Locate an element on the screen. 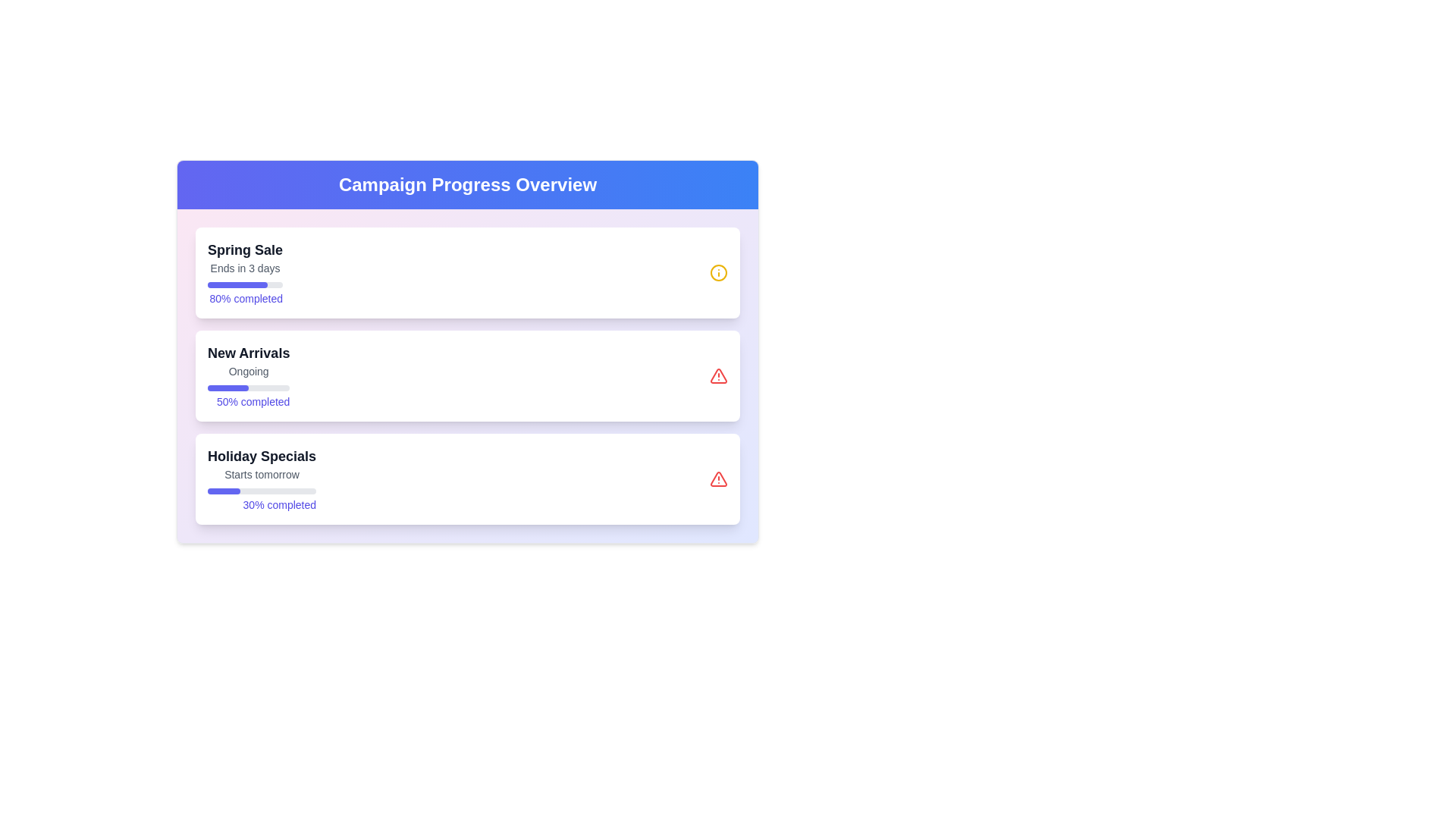  the textual indicator that displays the progress percentage for the 'Spring Sale', located below the progress bar is located at coordinates (245, 298).